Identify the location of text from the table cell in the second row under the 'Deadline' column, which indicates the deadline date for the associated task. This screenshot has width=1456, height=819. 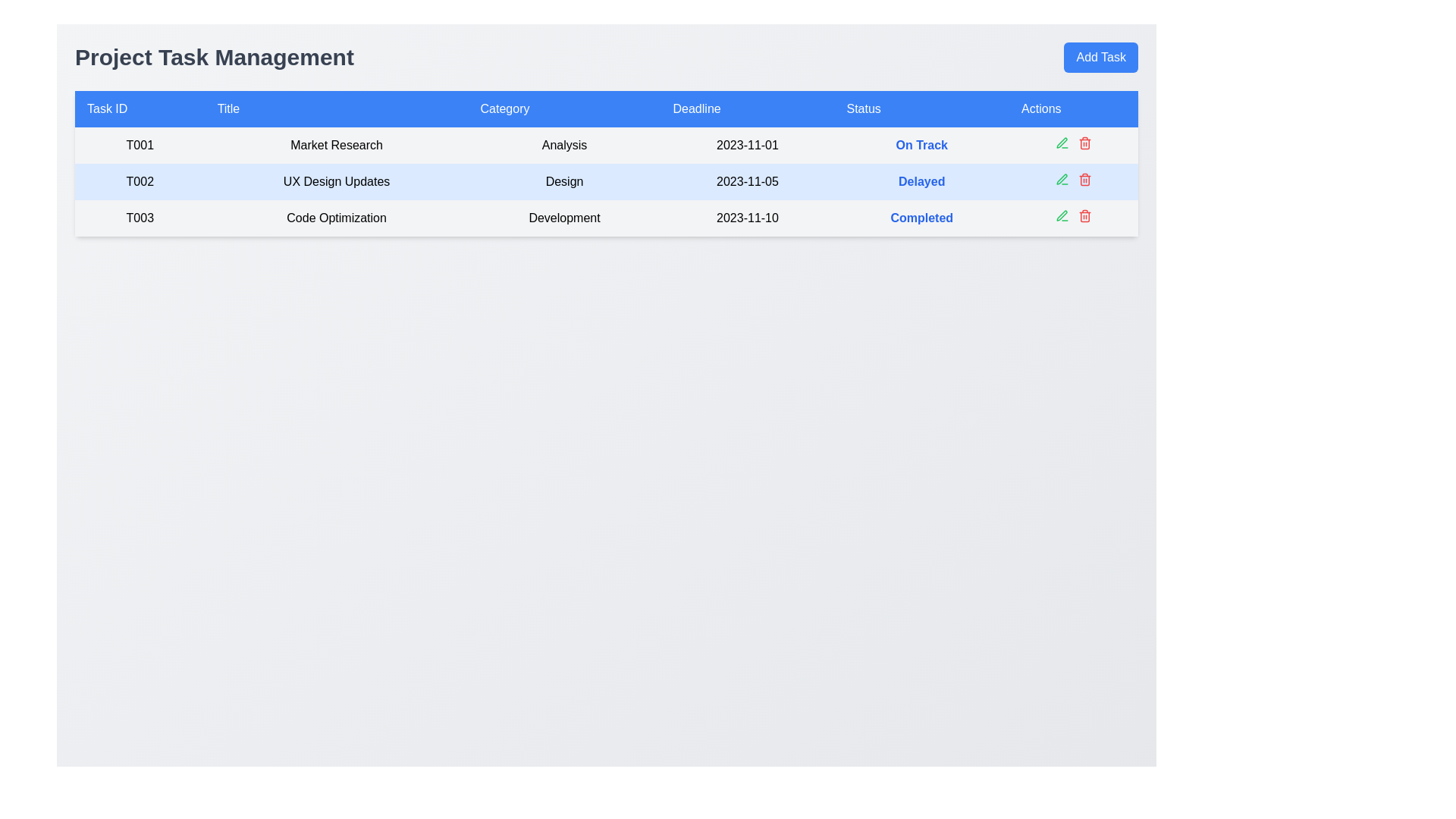
(747, 180).